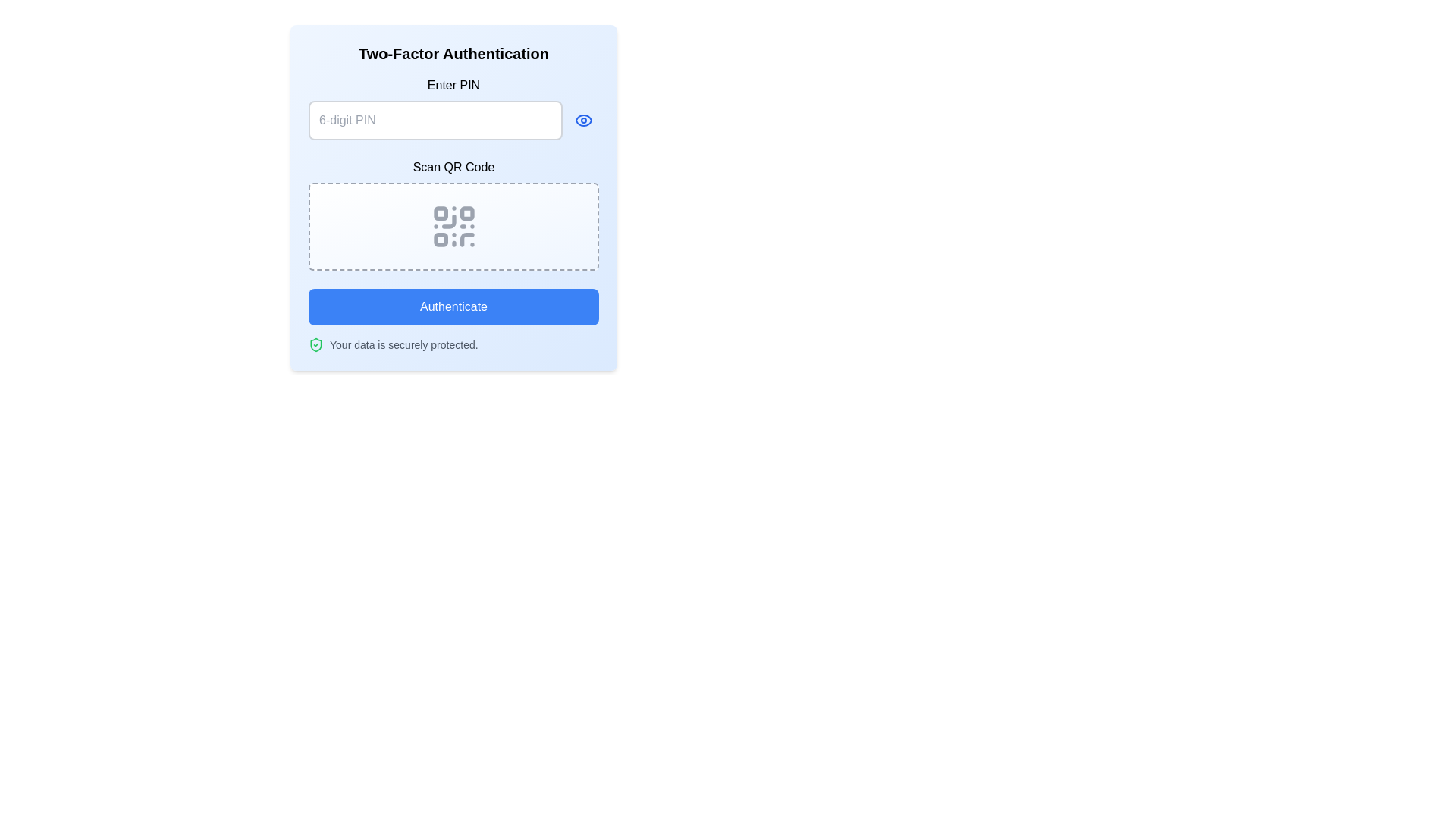 The height and width of the screenshot is (819, 1456). Describe the element at coordinates (582, 119) in the screenshot. I see `the eye icon button located at the end of the PIN input field` at that location.